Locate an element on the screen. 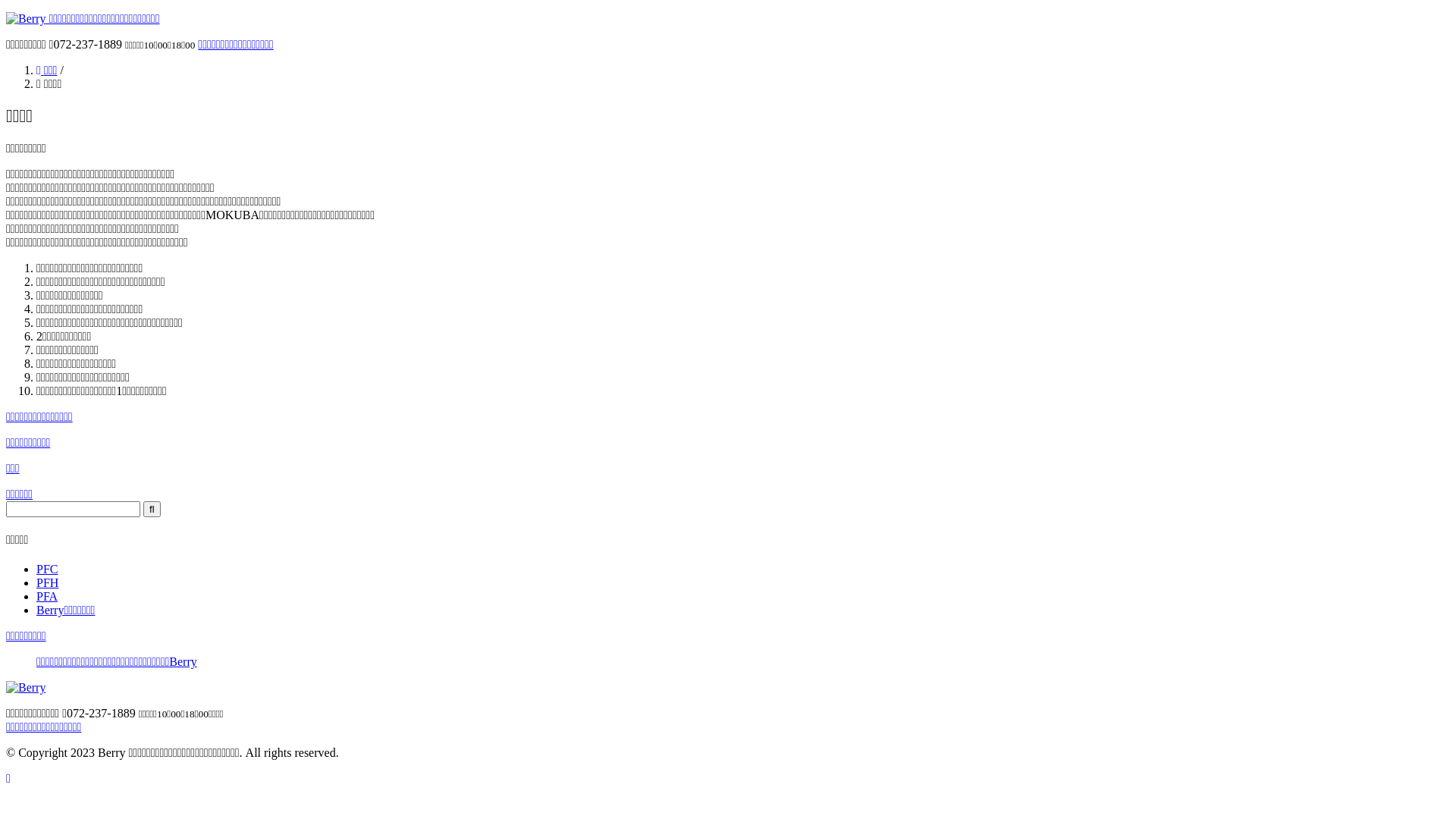 The image size is (1456, 819). 'PFA' is located at coordinates (47, 595).